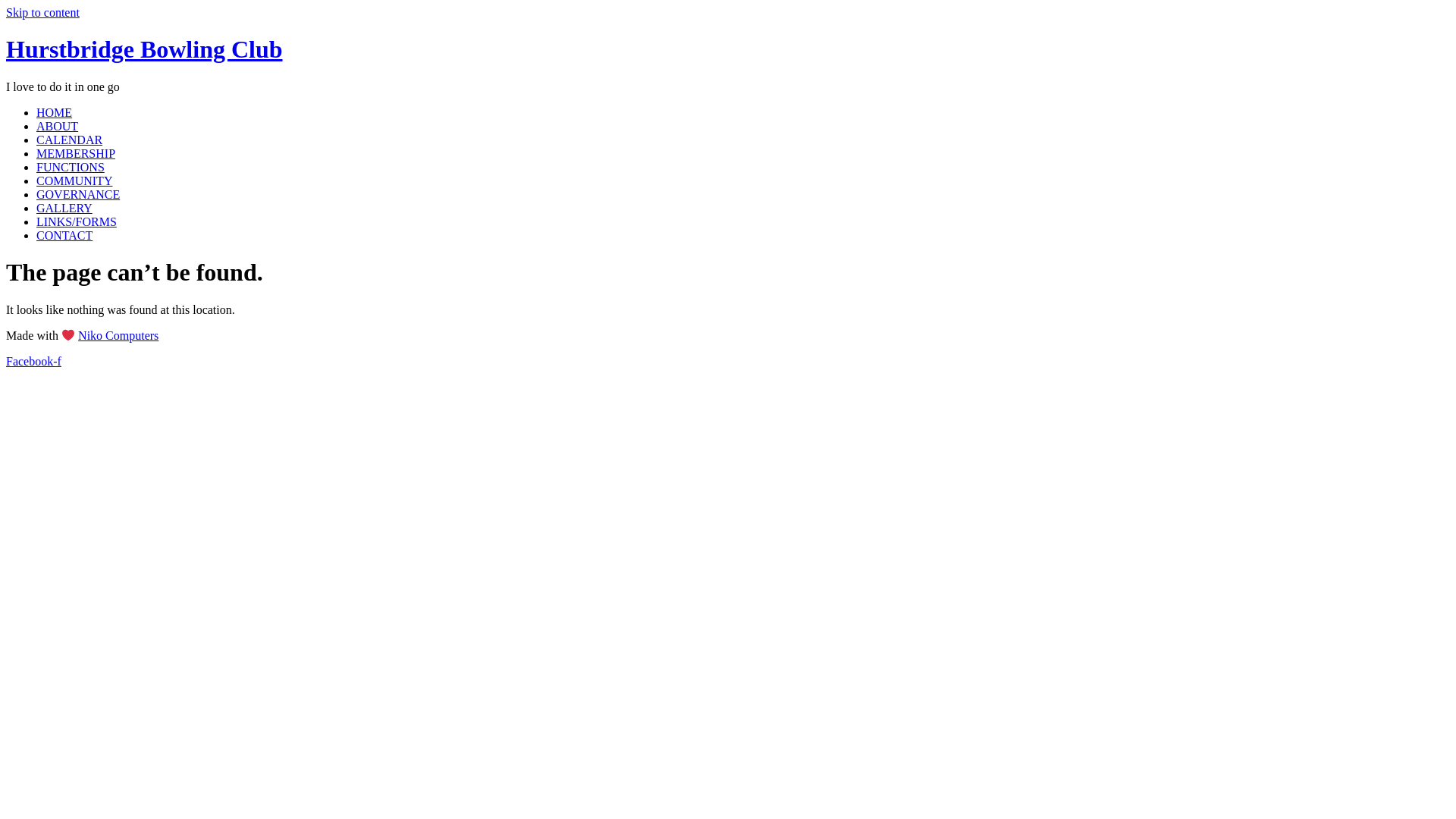  Describe the element at coordinates (64, 235) in the screenshot. I see `'CONTACT'` at that location.